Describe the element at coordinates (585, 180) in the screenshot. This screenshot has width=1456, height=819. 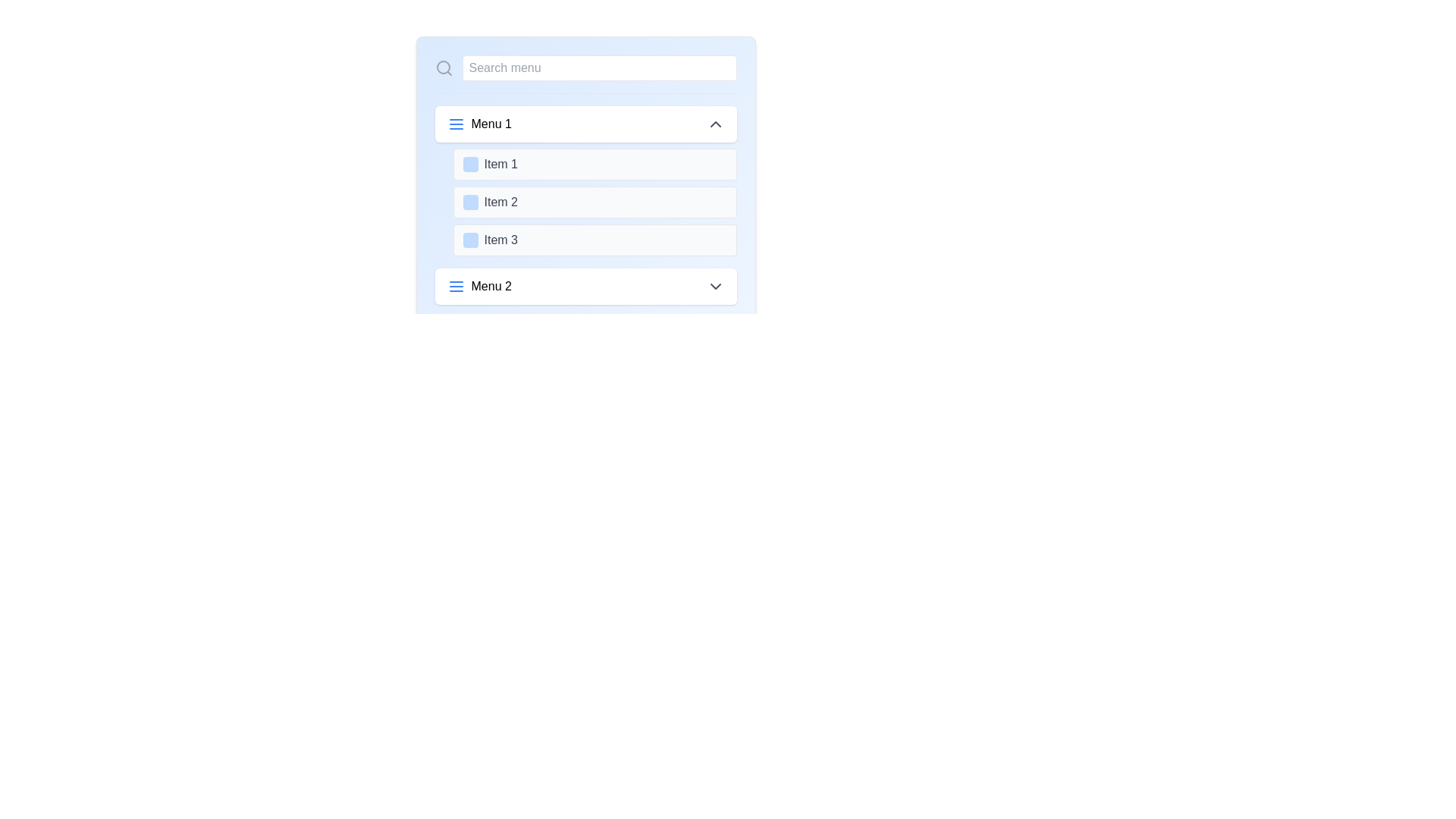
I see `the 'Menu 1' collapsible menu section` at that location.